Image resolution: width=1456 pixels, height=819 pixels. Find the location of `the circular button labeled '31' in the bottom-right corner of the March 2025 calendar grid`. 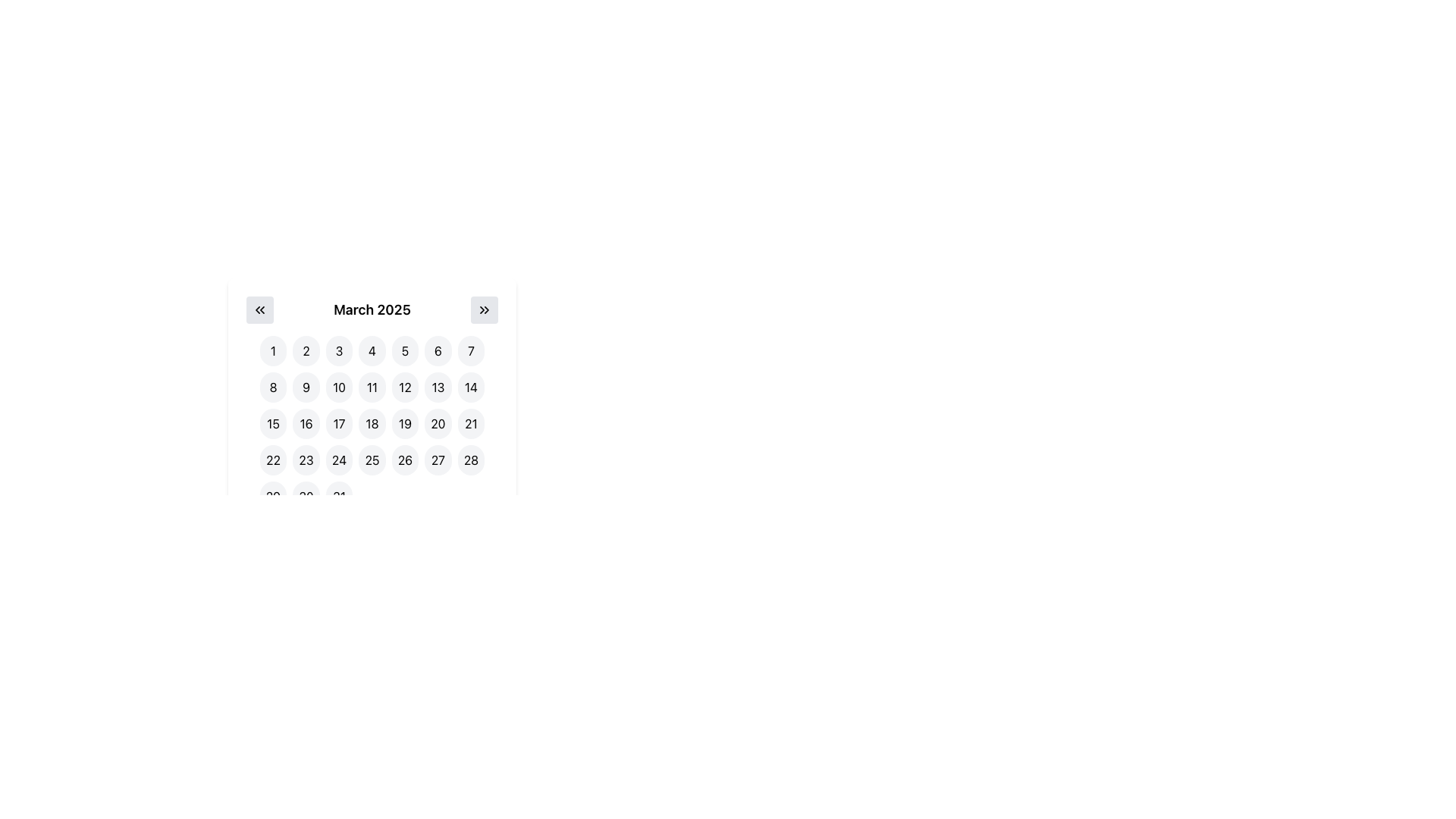

the circular button labeled '31' in the bottom-right corner of the March 2025 calendar grid is located at coordinates (338, 497).